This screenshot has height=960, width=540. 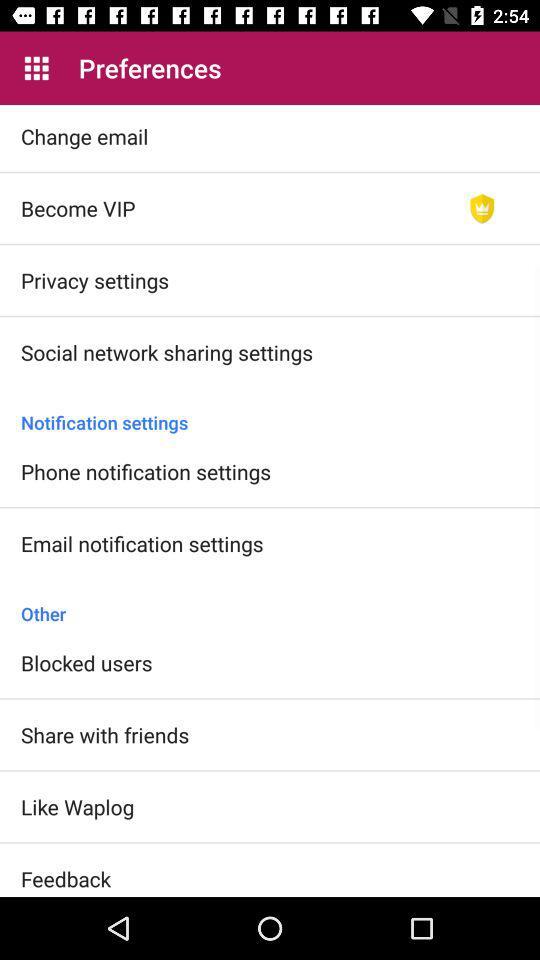 What do you see at coordinates (36, 68) in the screenshot?
I see `app to the left of preferences item` at bounding box center [36, 68].